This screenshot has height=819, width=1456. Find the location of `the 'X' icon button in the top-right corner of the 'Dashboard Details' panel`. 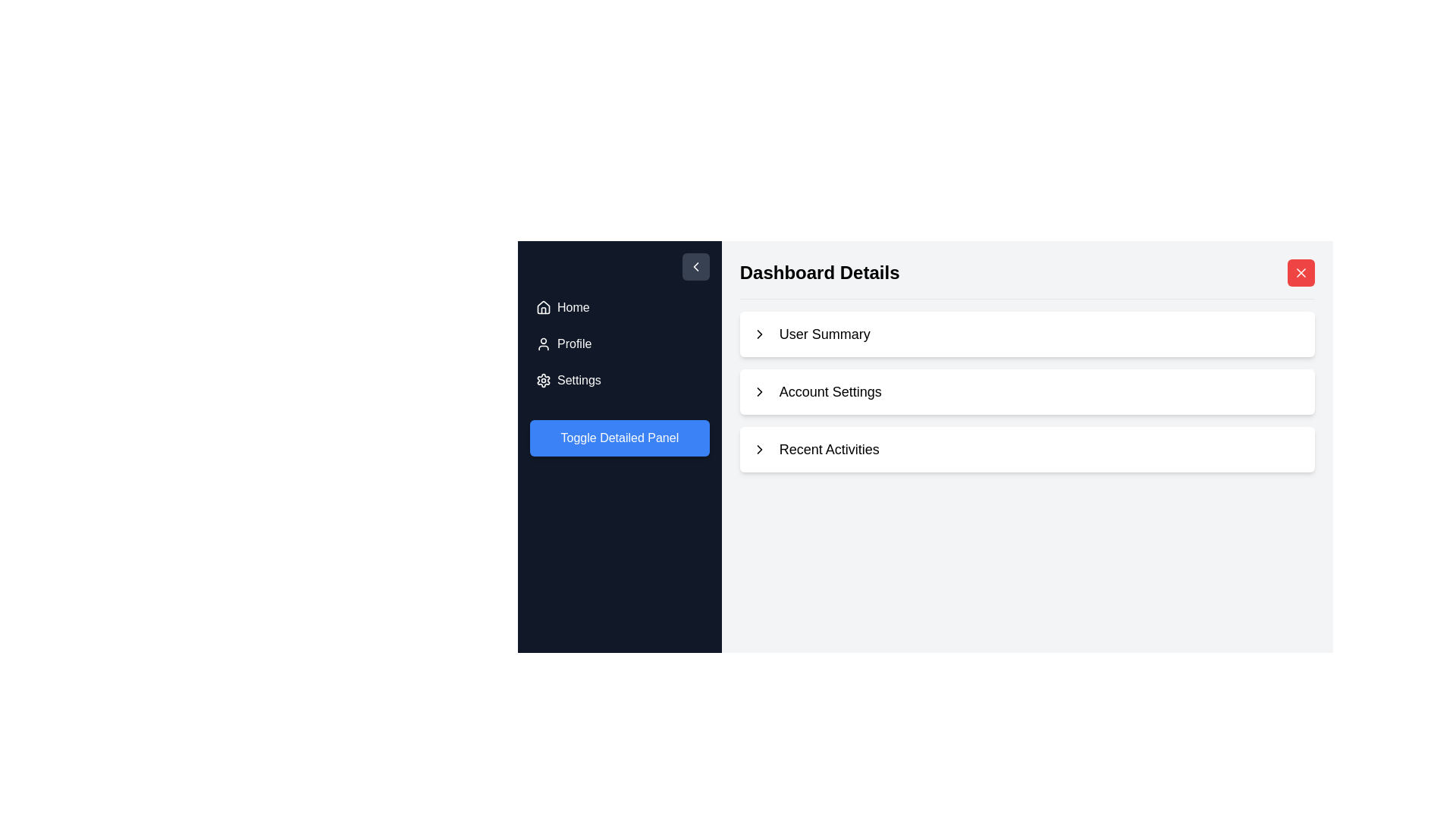

the 'X' icon button in the top-right corner of the 'Dashboard Details' panel is located at coordinates (1301, 271).